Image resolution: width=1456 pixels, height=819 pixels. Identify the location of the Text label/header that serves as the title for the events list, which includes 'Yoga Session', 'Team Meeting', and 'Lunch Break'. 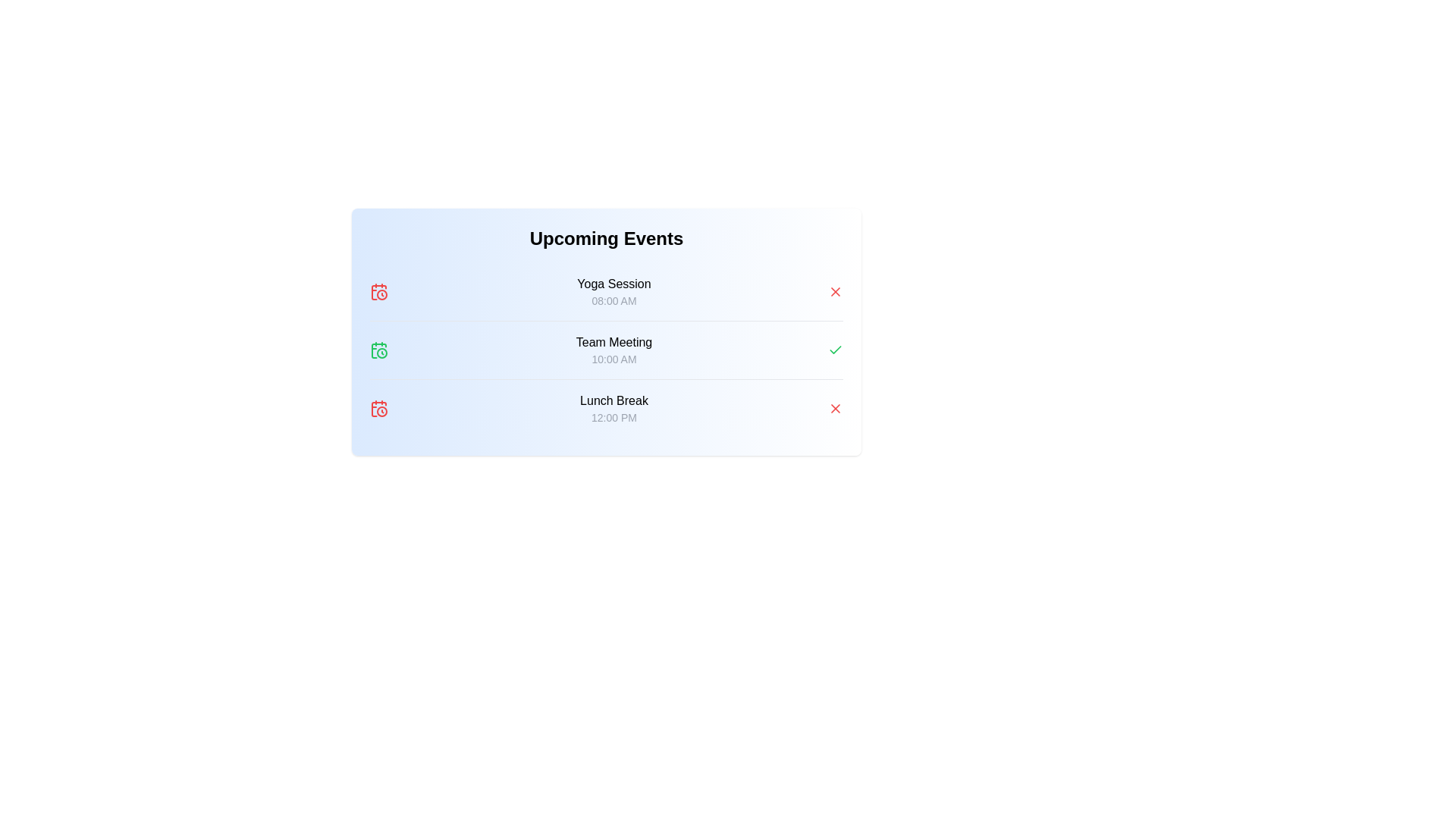
(607, 239).